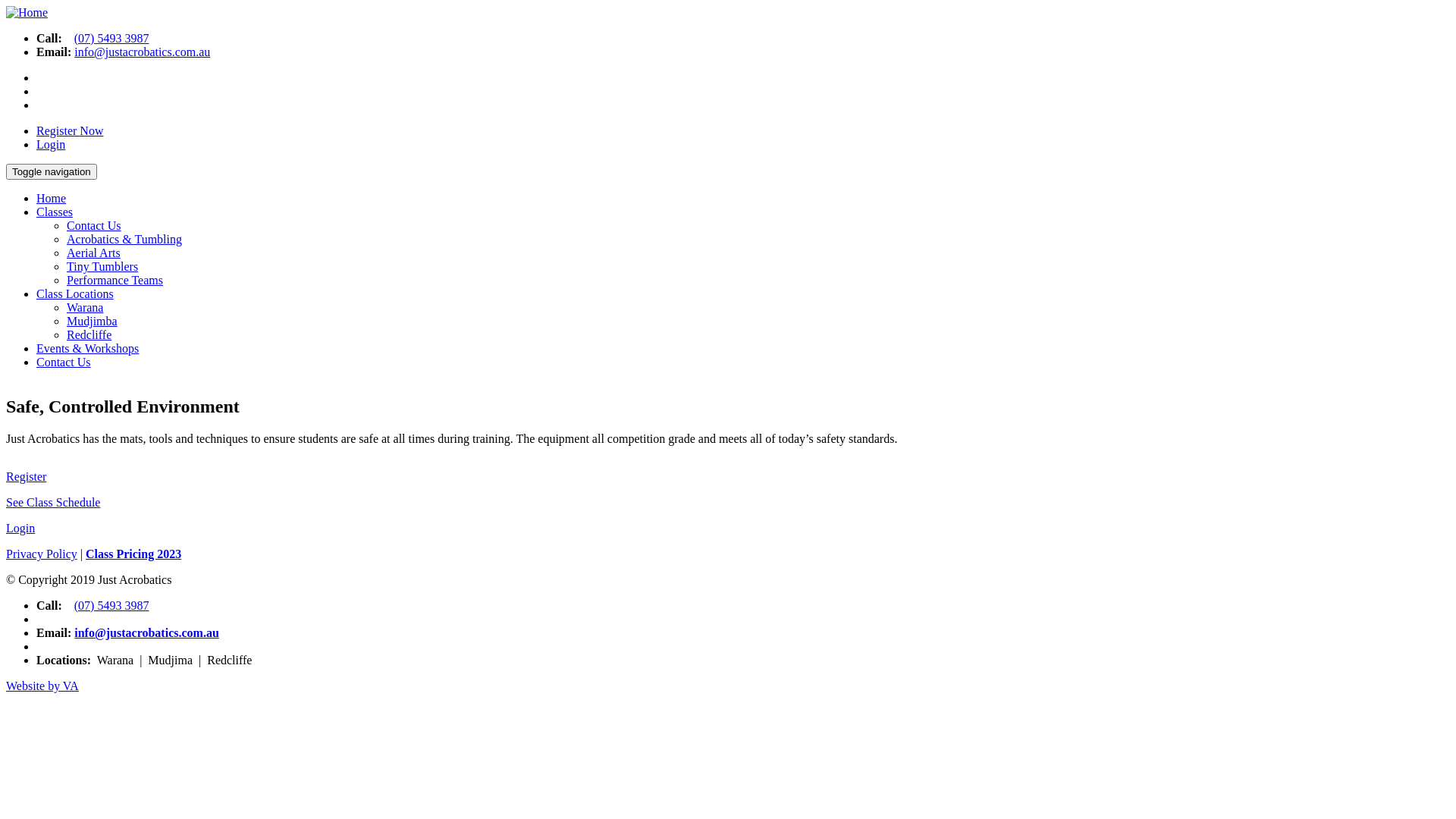  What do you see at coordinates (20, 527) in the screenshot?
I see `'Login'` at bounding box center [20, 527].